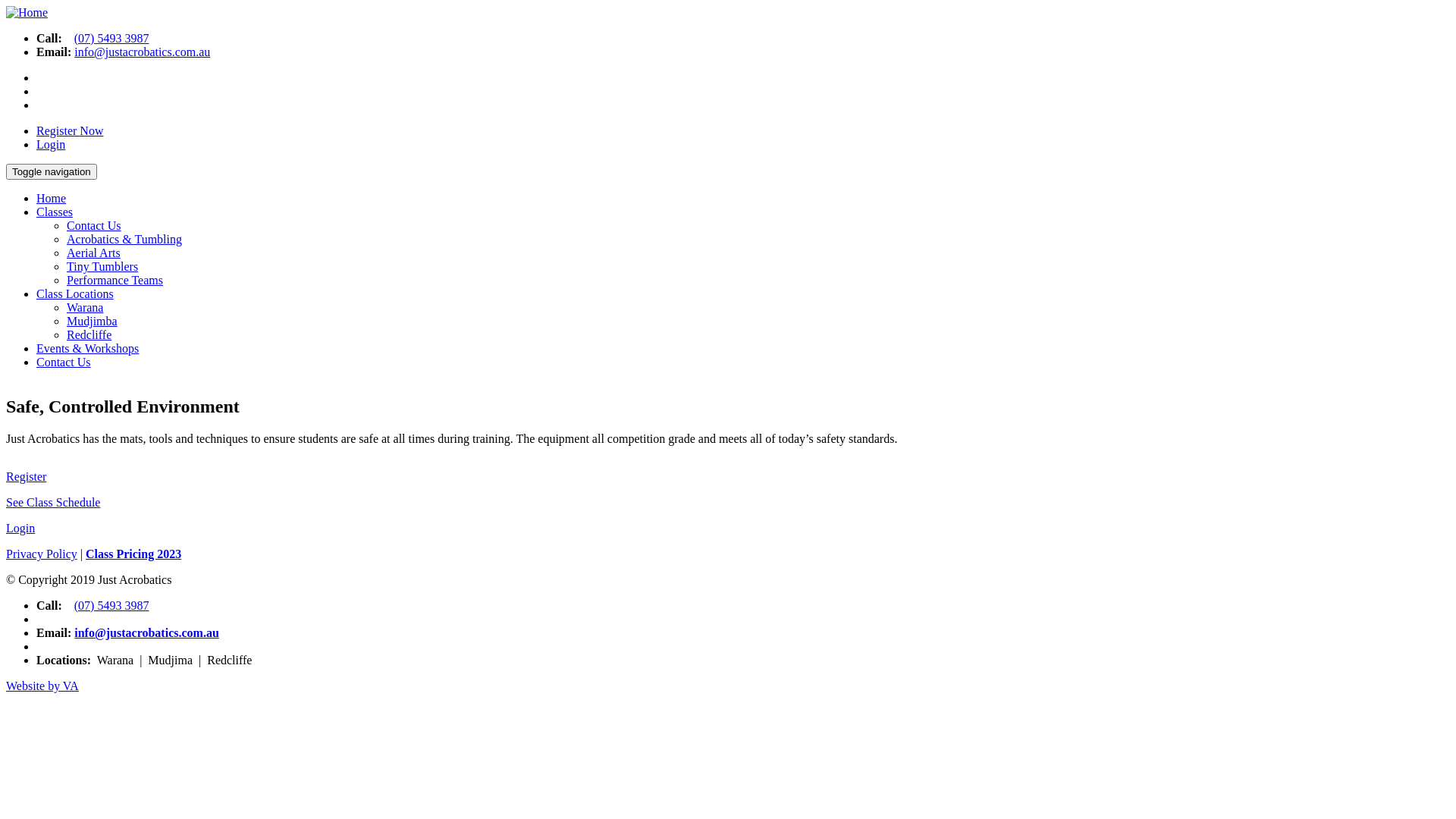  What do you see at coordinates (20, 527) in the screenshot?
I see `'Login'` at bounding box center [20, 527].